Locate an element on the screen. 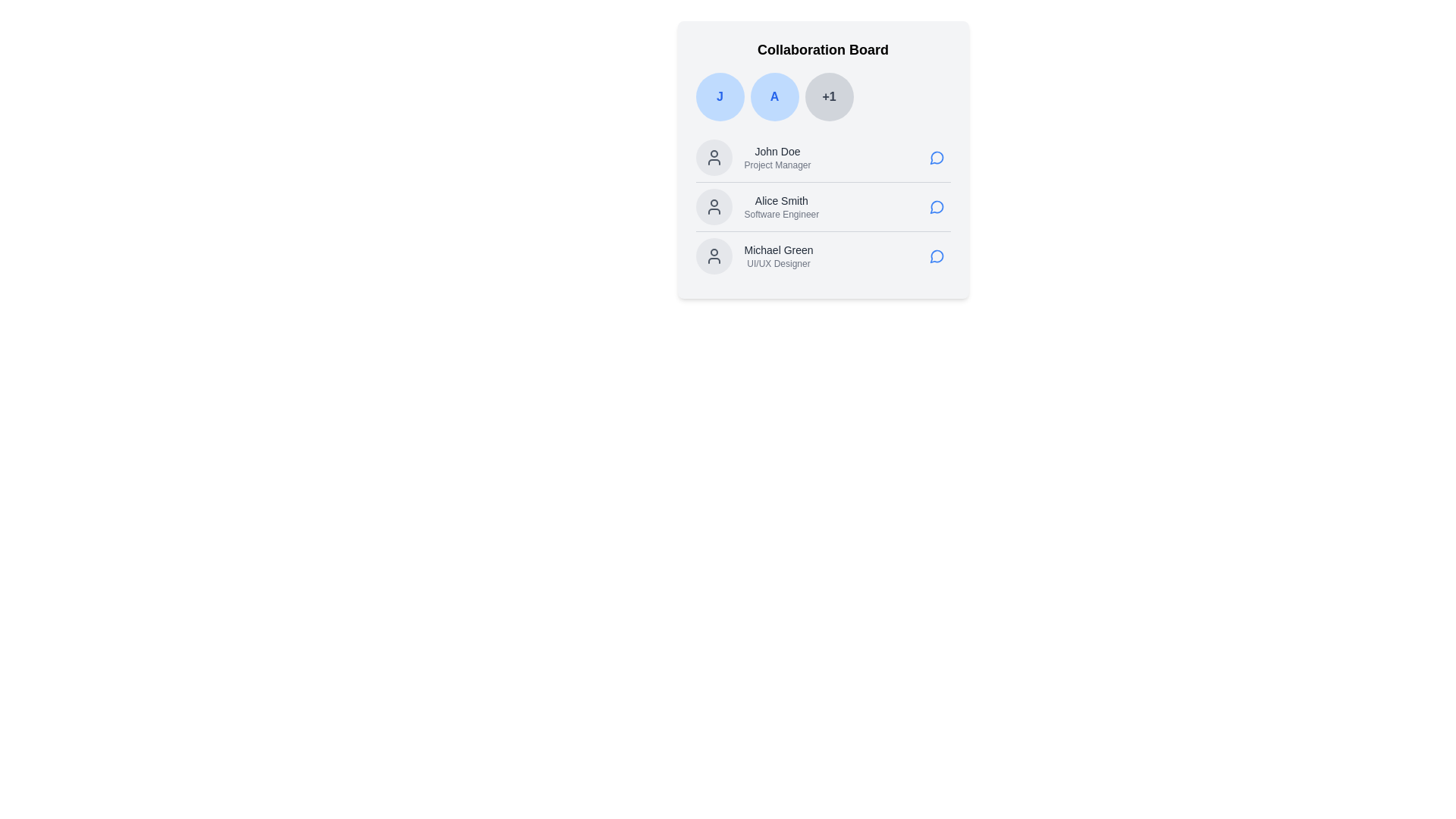 The width and height of the screenshot is (1456, 819). the Avatar Icon, which is a circular icon with a light gray background and a dark gray user silhouette, located to the left of the text block containing 'John Doe' and 'Project Manager' is located at coordinates (713, 158).